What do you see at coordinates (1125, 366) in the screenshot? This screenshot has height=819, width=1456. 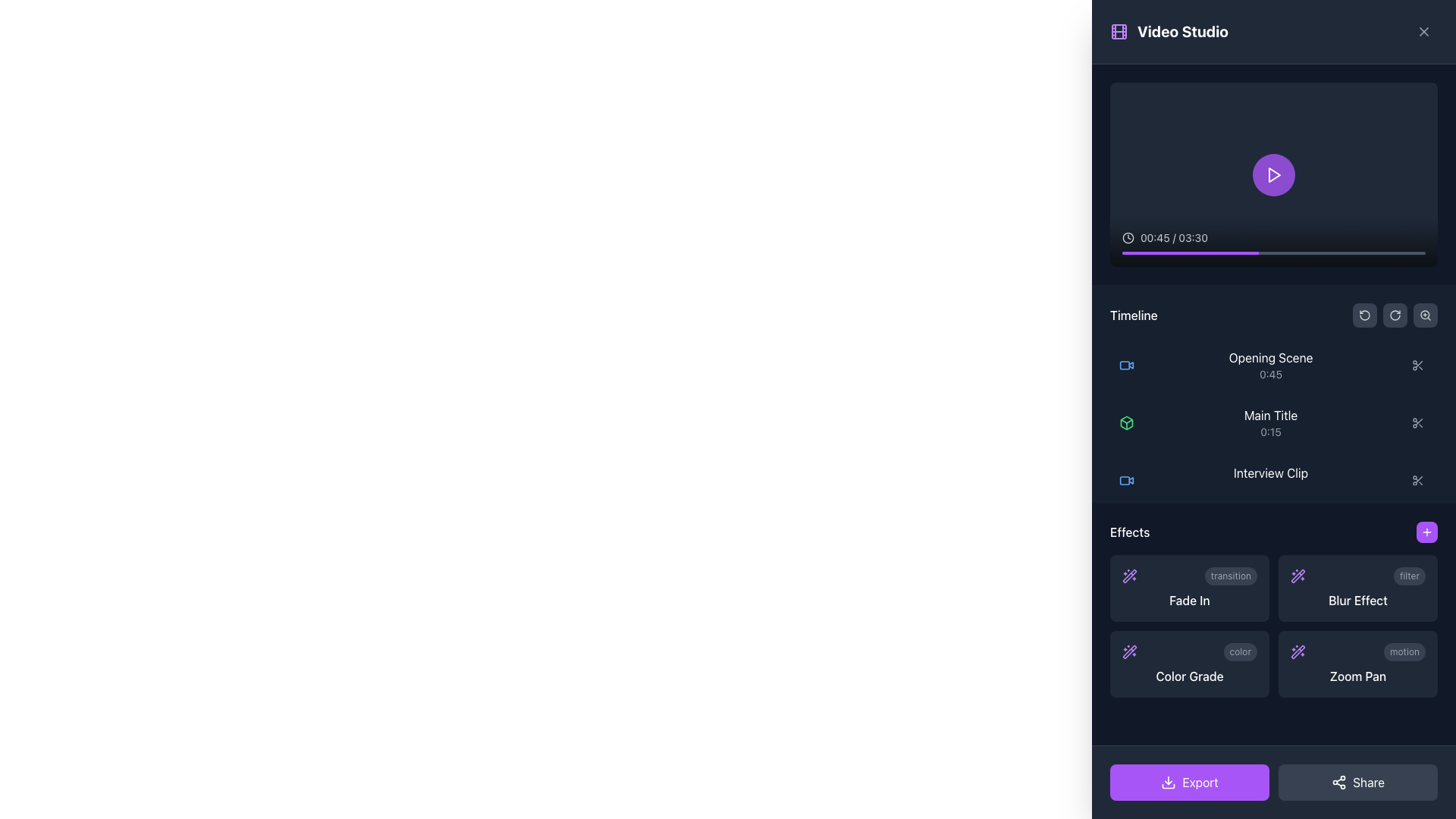 I see `the graphical detail of the rectangular component with rounded edges of the video icon labeled 'Opening Scene', which is indicated with a red camera icon and is the topmost in the timeline` at bounding box center [1125, 366].